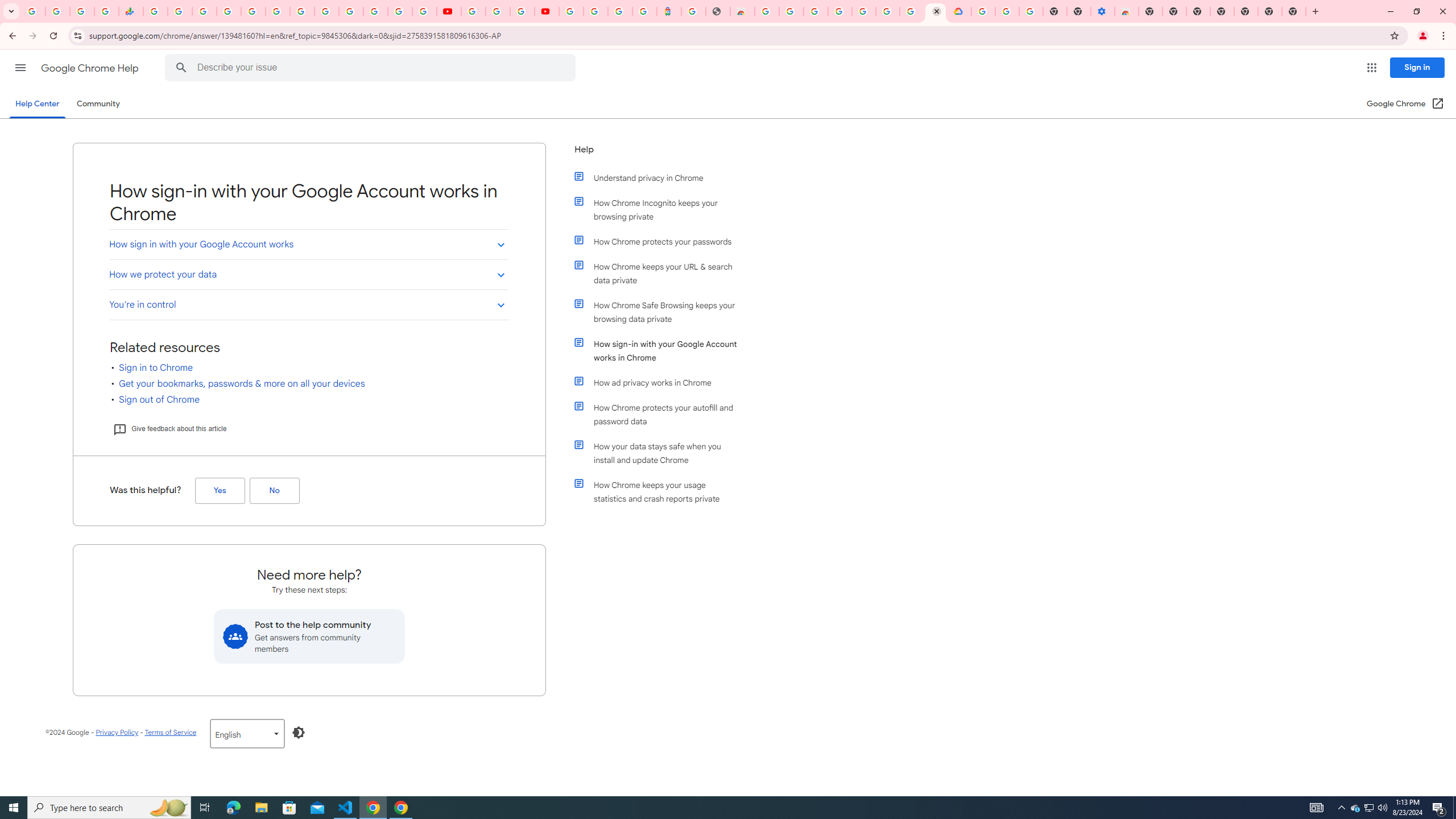 The image size is (1456, 819). Describe the element at coordinates (661, 312) in the screenshot. I see `'How Chrome Safe Browsing keeps your browsing data private'` at that location.